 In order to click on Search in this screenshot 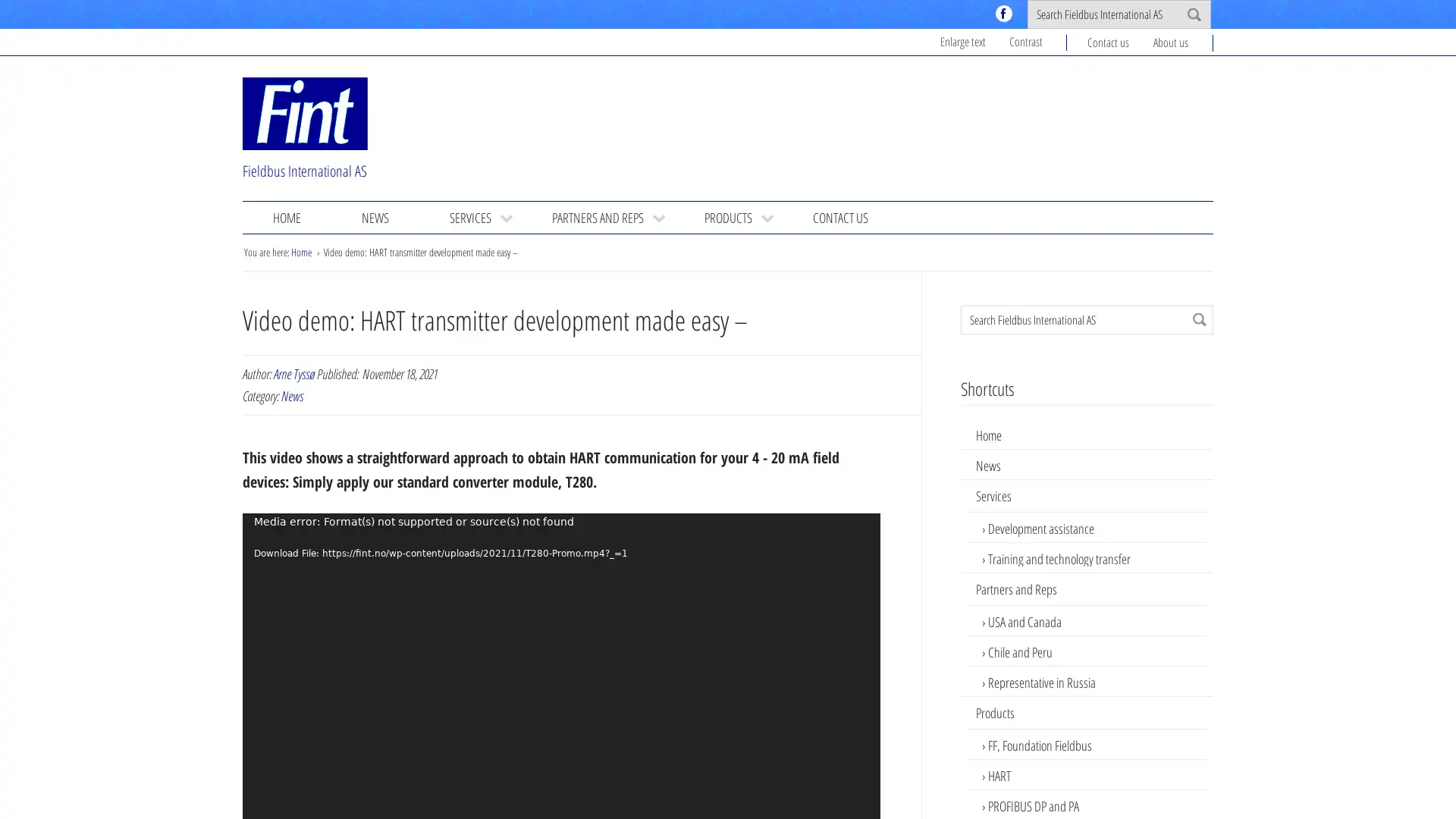, I will do `click(1199, 318)`.